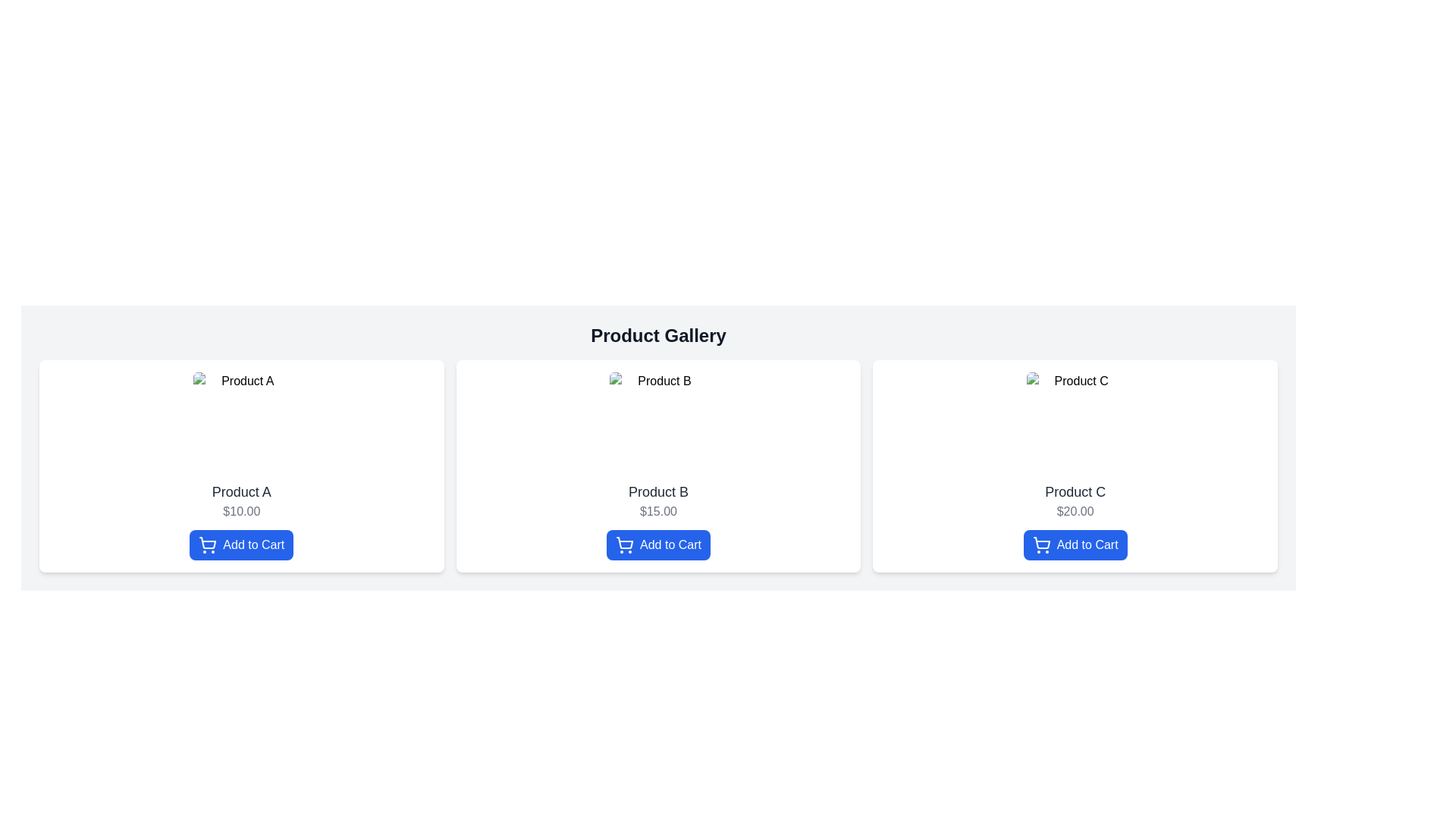 The image size is (1456, 819). Describe the element at coordinates (625, 542) in the screenshot. I see `the 'Add to Cart' button that contains the shopping cart icon for 'Product B'` at that location.